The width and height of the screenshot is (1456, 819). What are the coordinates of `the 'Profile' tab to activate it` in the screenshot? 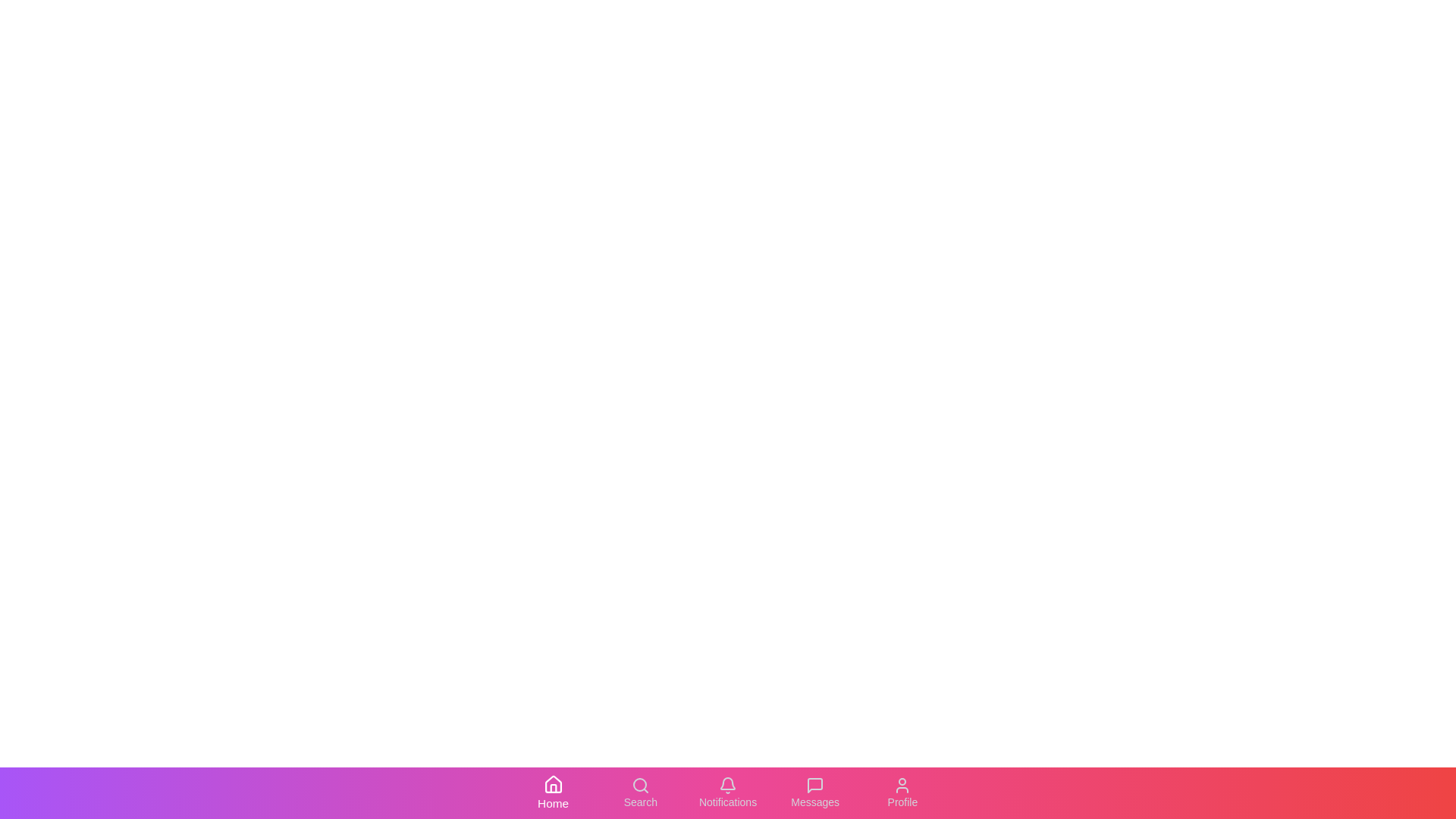 It's located at (902, 792).